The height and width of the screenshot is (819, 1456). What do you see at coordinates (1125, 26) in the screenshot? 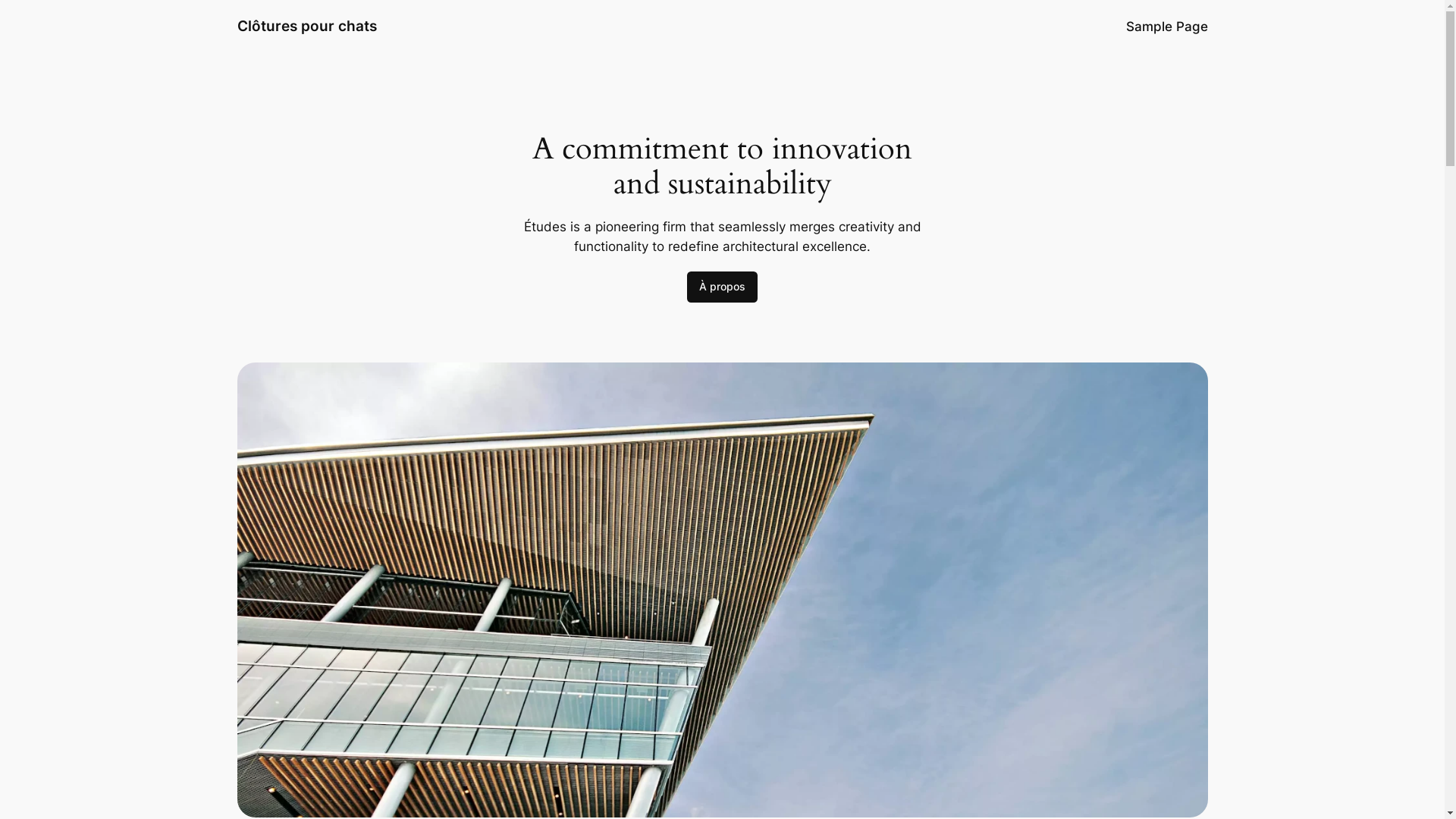
I see `'Sample Page'` at bounding box center [1125, 26].